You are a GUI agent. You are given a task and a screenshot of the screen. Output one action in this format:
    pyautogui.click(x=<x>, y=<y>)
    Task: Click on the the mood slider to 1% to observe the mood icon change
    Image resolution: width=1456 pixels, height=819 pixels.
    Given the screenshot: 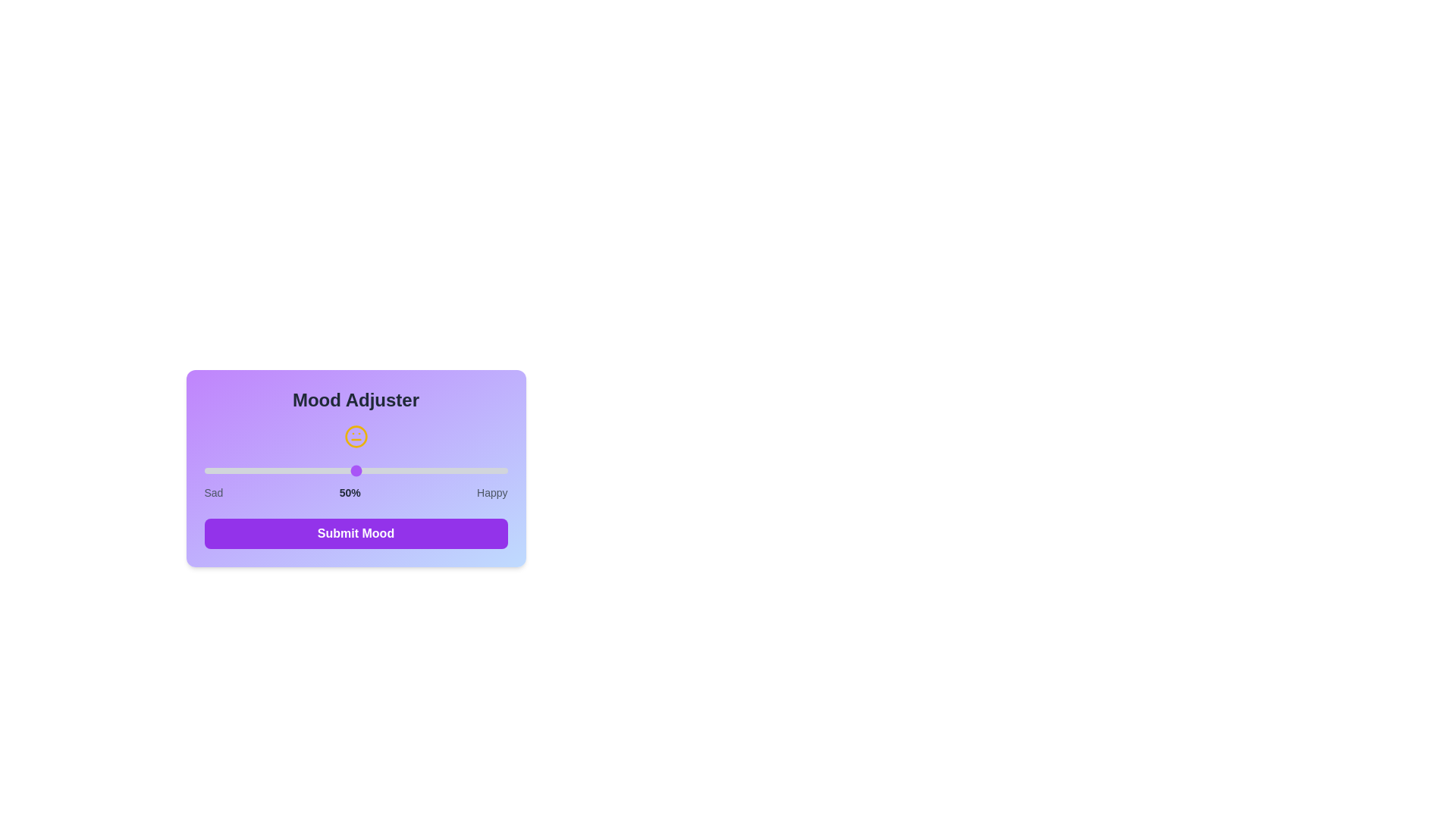 What is the action you would take?
    pyautogui.click(x=206, y=470)
    